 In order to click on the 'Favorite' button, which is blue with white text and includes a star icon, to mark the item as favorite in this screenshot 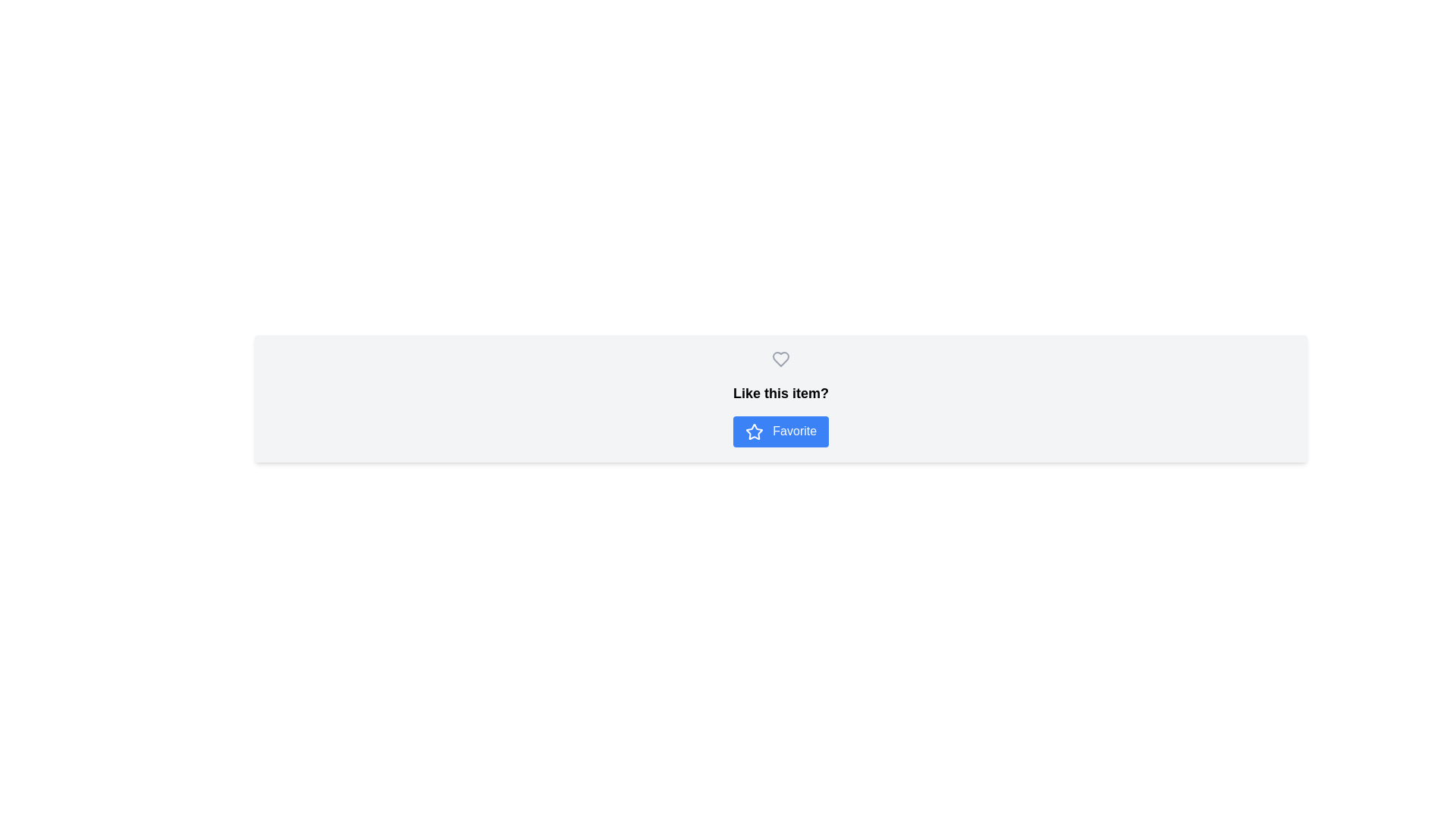, I will do `click(781, 431)`.